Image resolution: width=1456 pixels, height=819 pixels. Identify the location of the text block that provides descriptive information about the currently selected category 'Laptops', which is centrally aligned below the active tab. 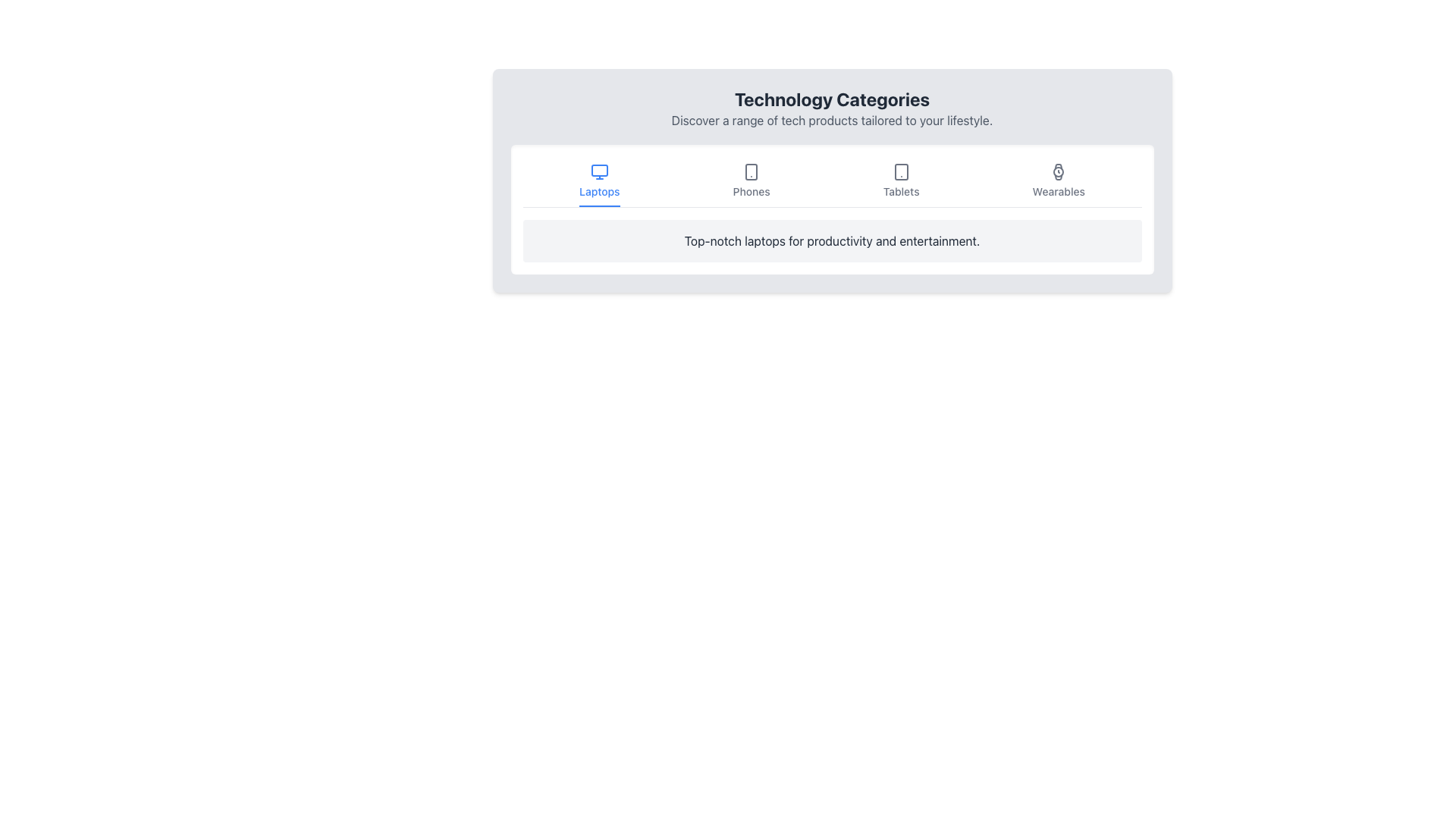
(831, 240).